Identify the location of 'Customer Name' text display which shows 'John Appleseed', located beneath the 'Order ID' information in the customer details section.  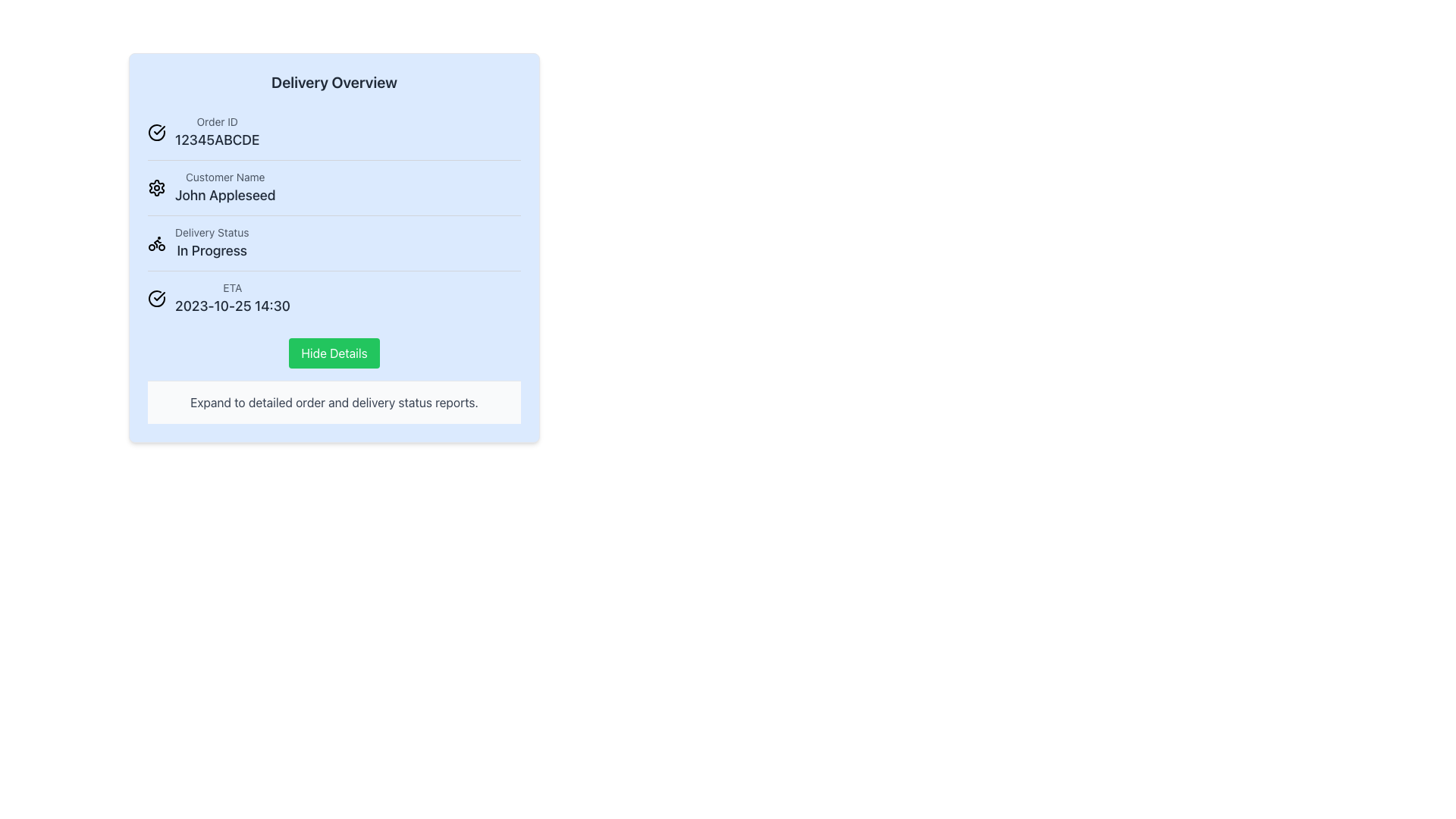
(224, 187).